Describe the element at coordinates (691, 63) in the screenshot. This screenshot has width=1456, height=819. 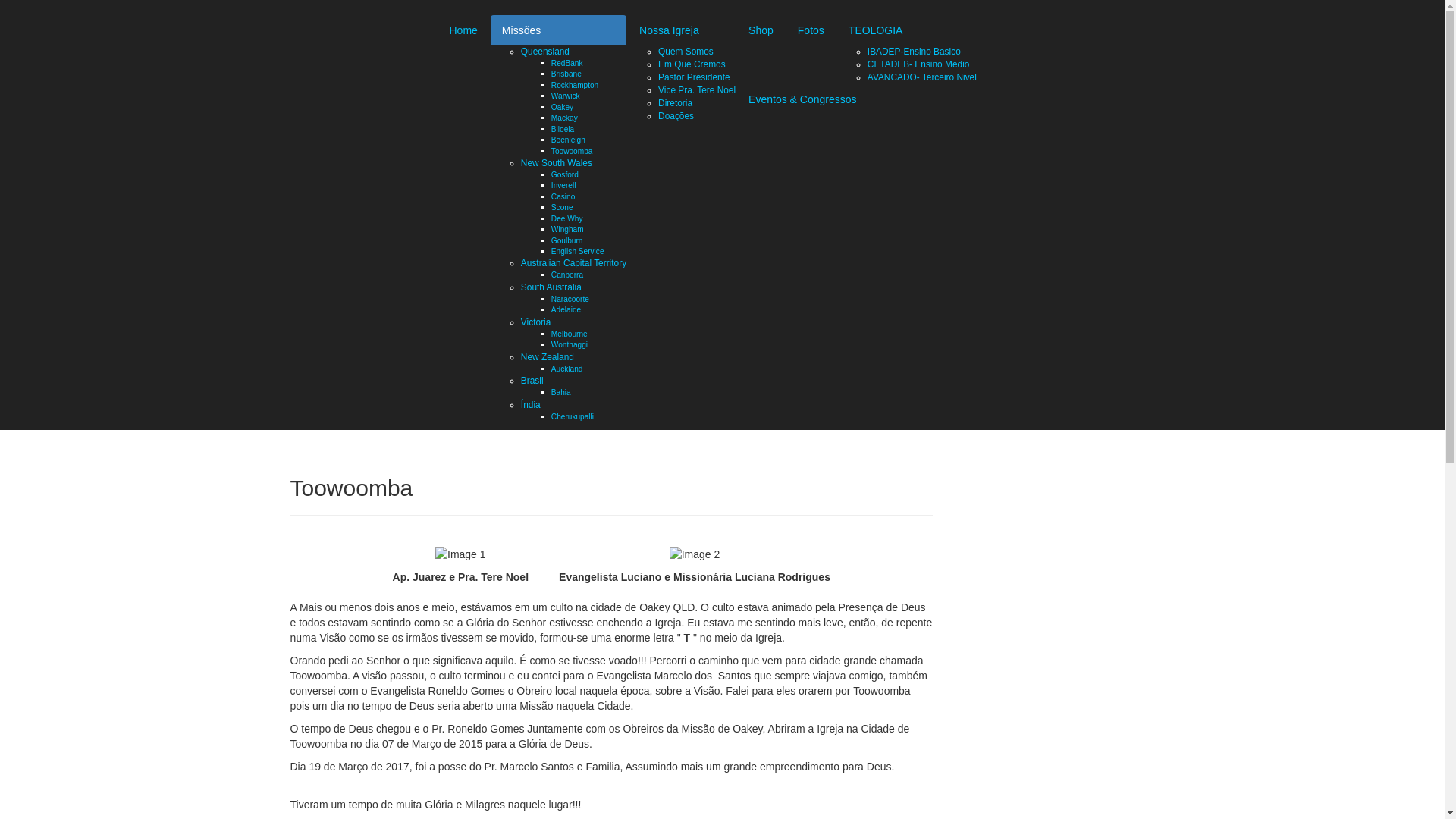
I see `'Em Que Cremos'` at that location.